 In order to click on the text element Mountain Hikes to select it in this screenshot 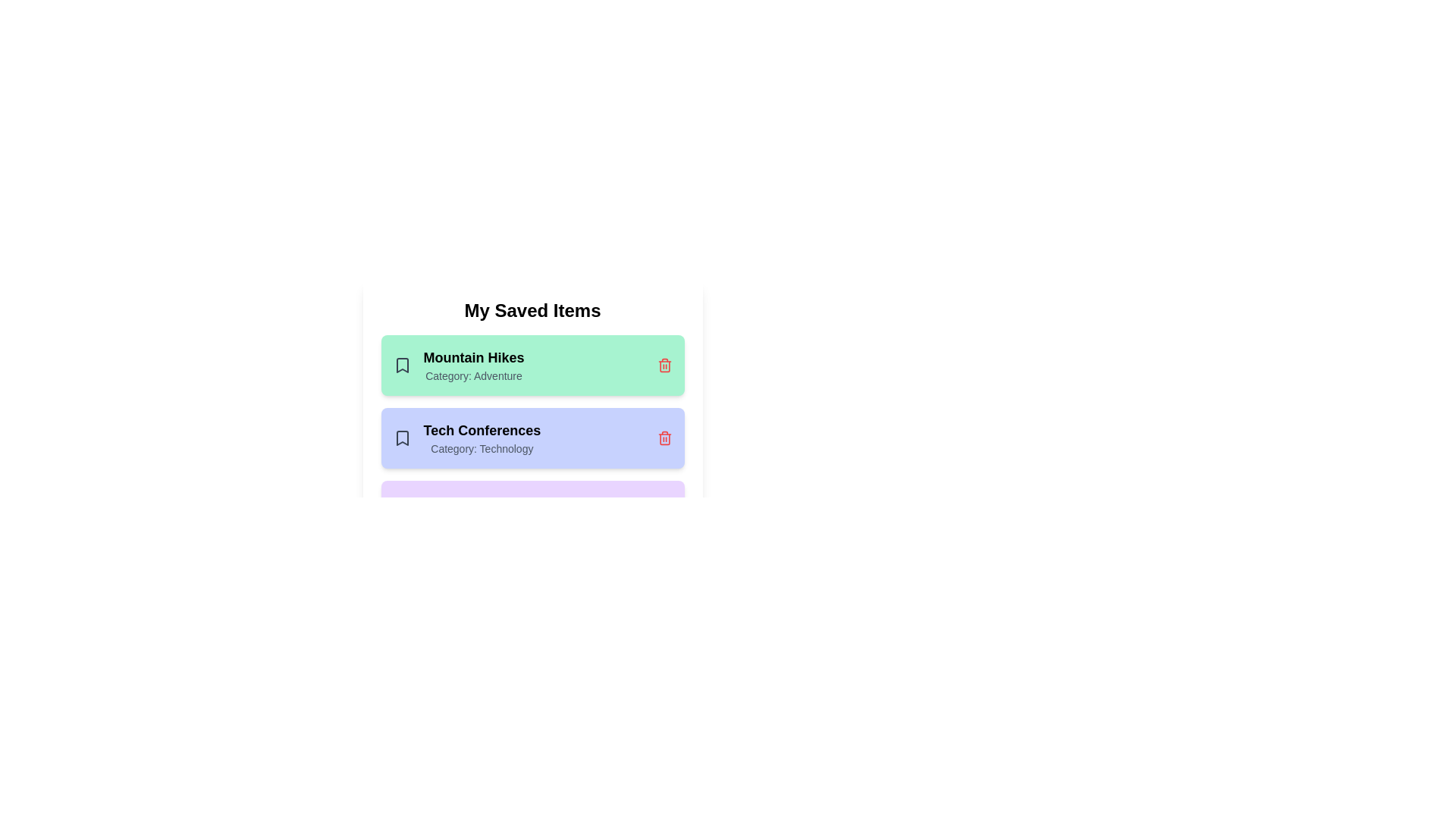, I will do `click(472, 357)`.